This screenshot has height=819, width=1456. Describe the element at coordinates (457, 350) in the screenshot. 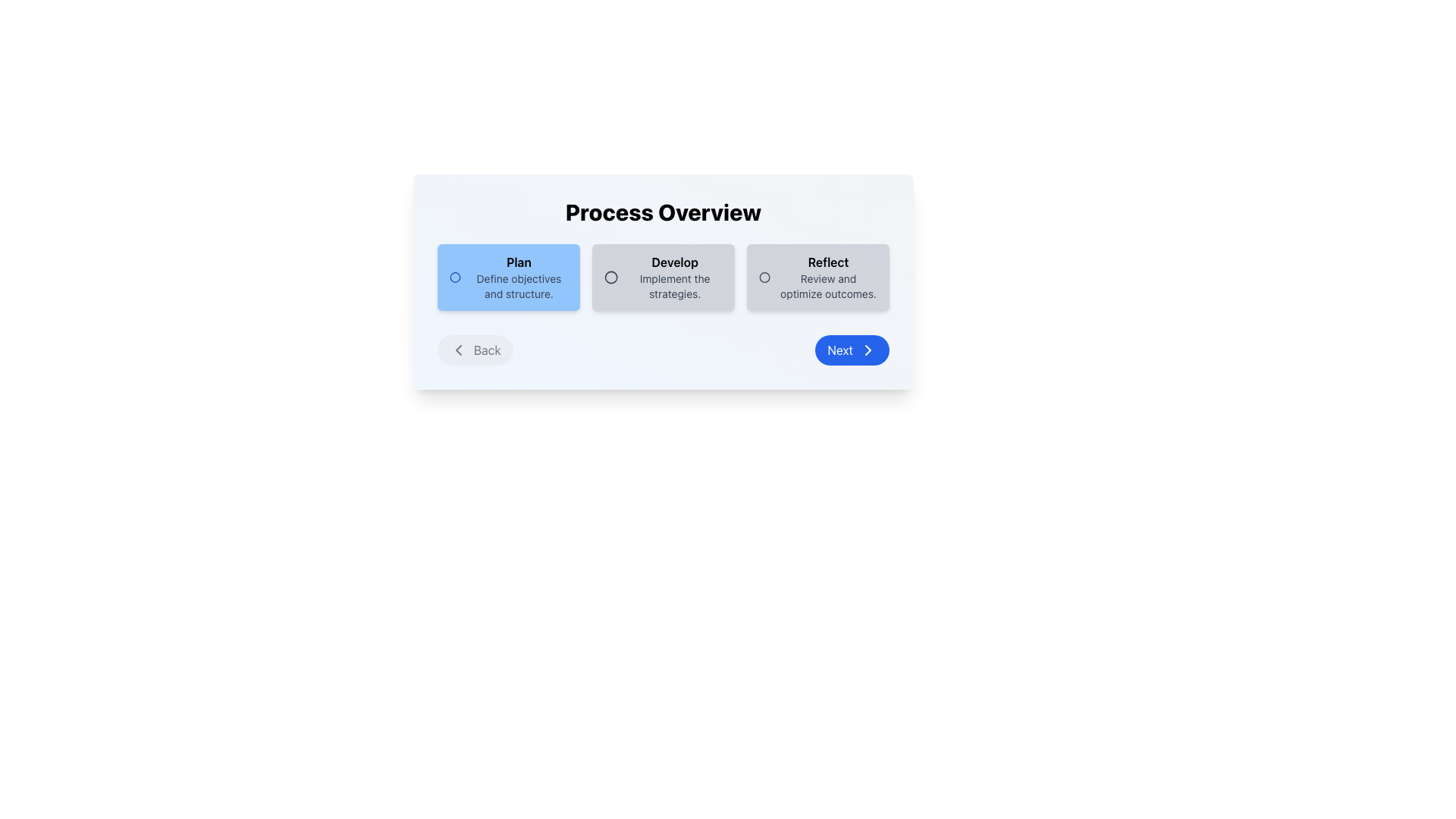

I see `the left-pointing chevron icon located to the left of the 'Back' button within the 'Process Overview' panel` at that location.